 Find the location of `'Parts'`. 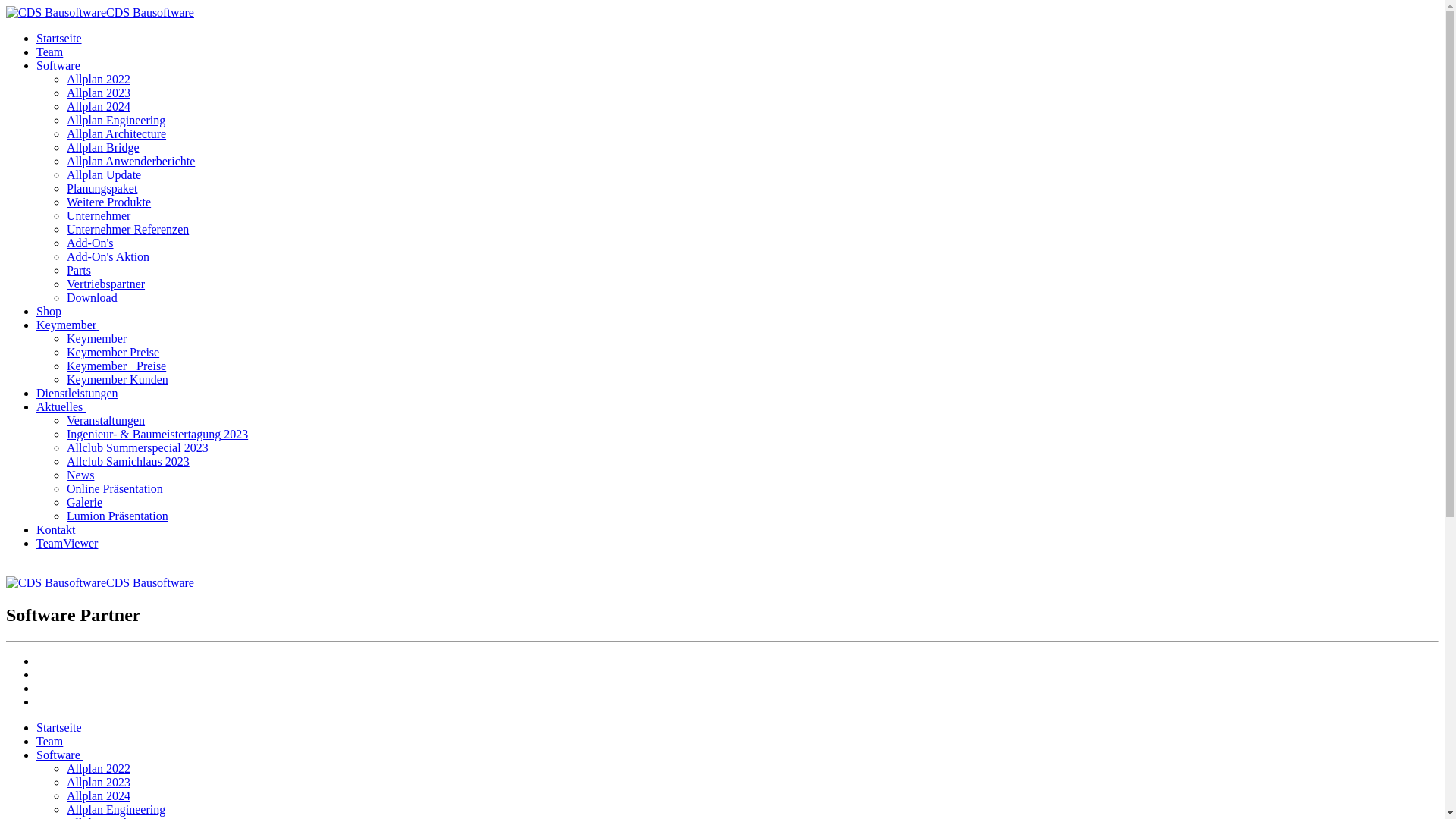

'Parts' is located at coordinates (78, 269).